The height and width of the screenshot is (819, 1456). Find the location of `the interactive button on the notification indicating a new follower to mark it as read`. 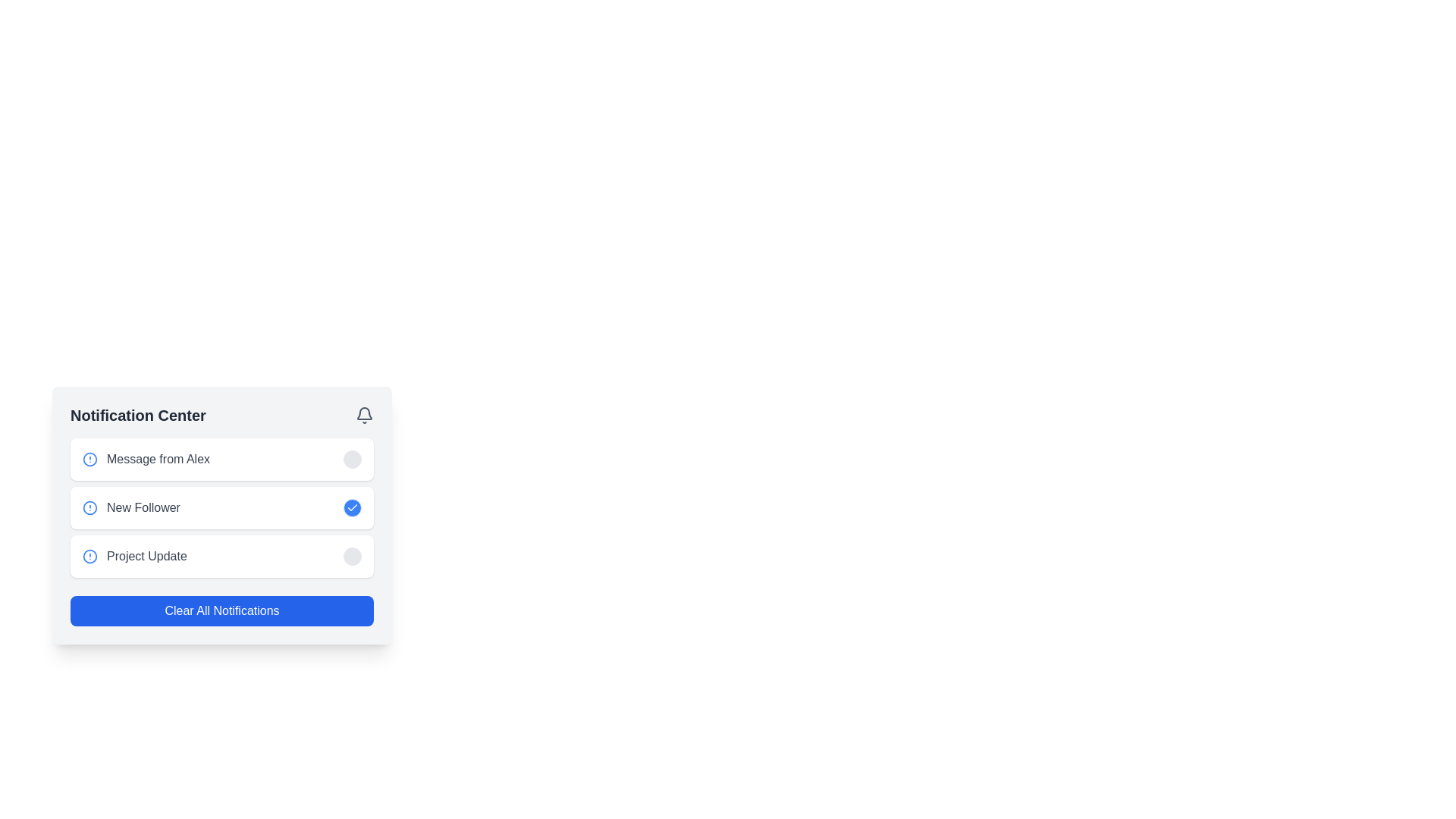

the interactive button on the notification indicating a new follower to mark it as read is located at coordinates (221, 508).